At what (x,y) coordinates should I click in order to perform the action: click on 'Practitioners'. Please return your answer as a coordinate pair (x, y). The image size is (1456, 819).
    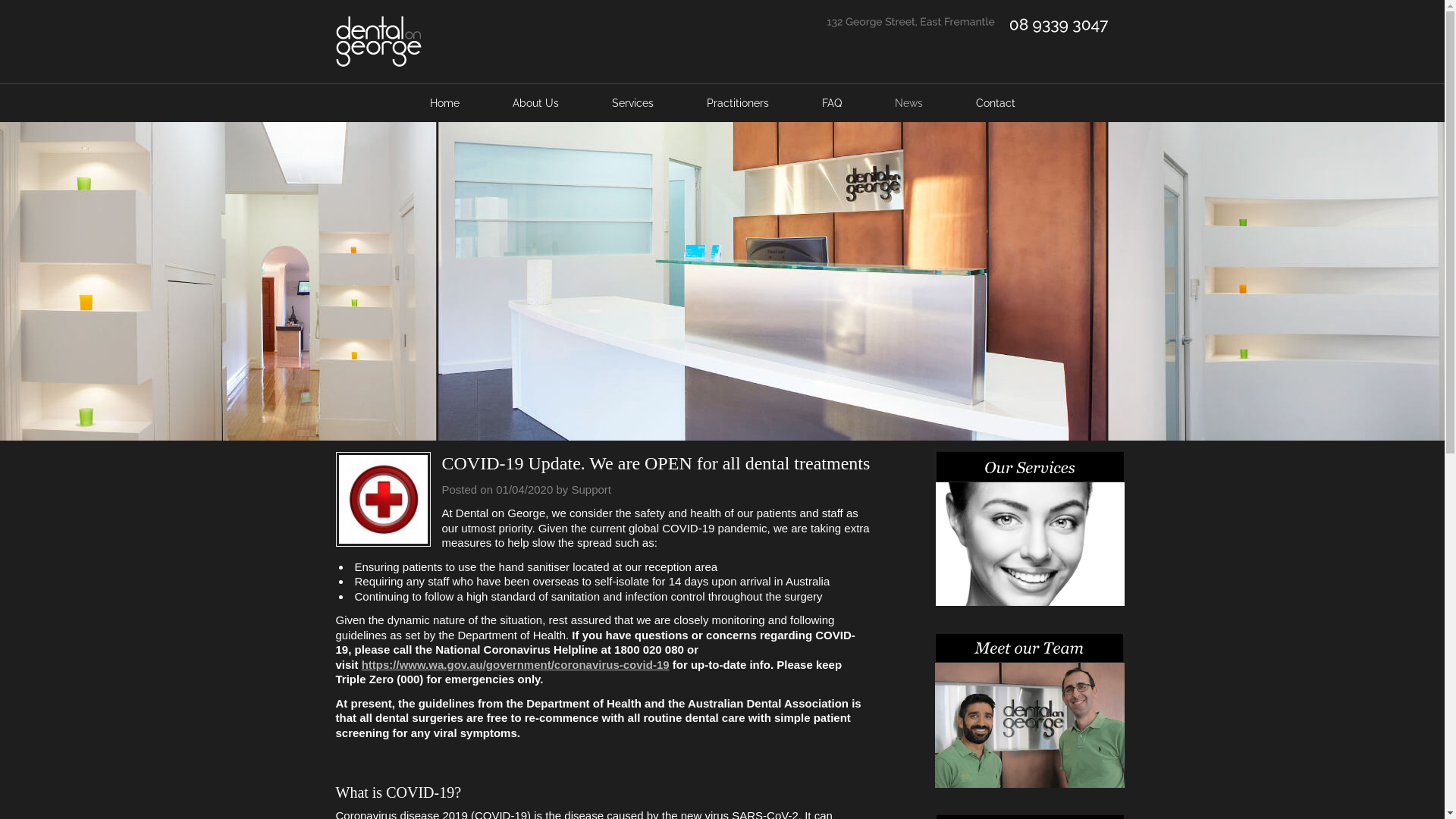
    Looking at the image, I should click on (736, 102).